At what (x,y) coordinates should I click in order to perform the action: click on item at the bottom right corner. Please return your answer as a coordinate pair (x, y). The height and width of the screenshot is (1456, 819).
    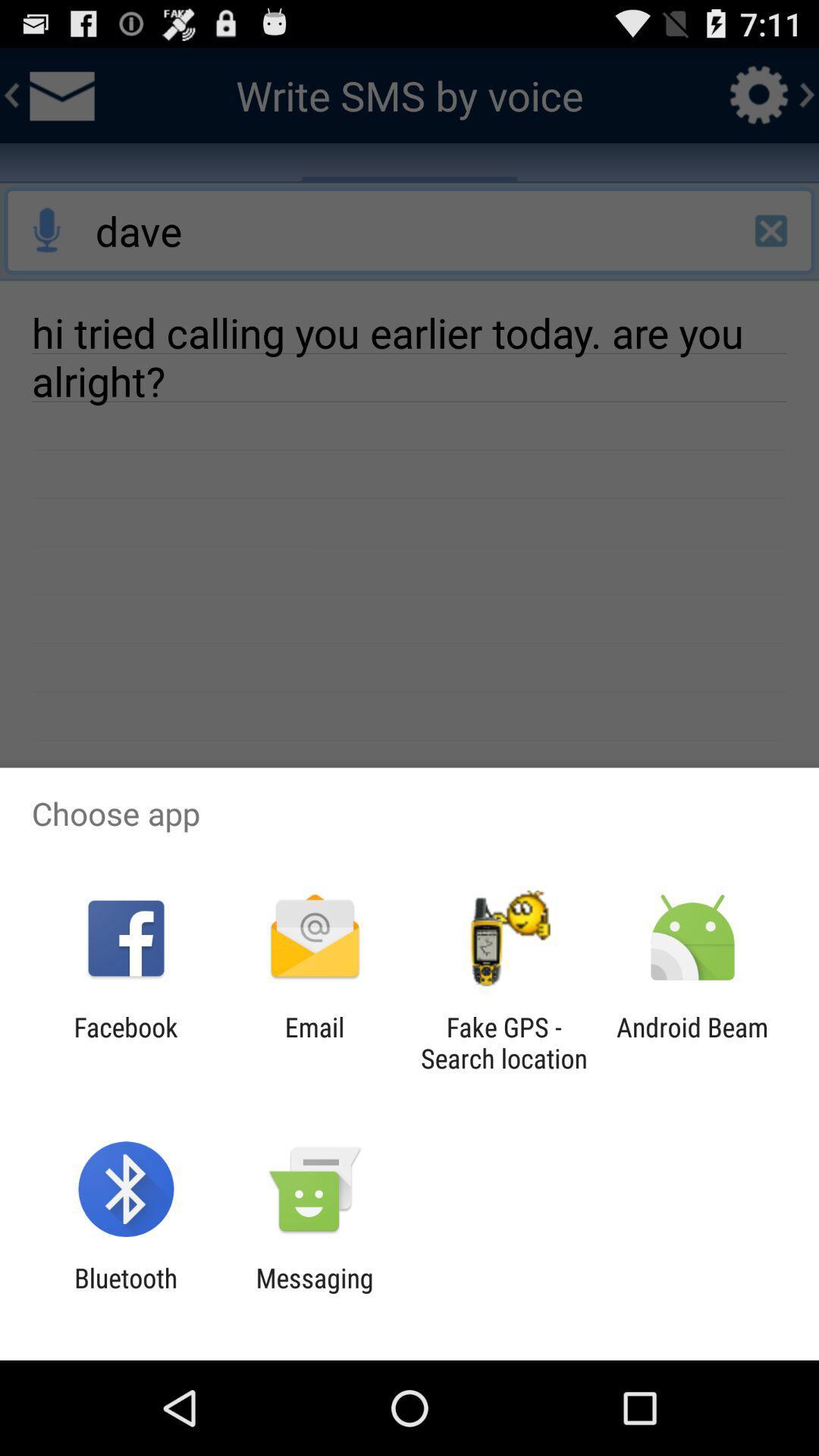
    Looking at the image, I should click on (692, 1042).